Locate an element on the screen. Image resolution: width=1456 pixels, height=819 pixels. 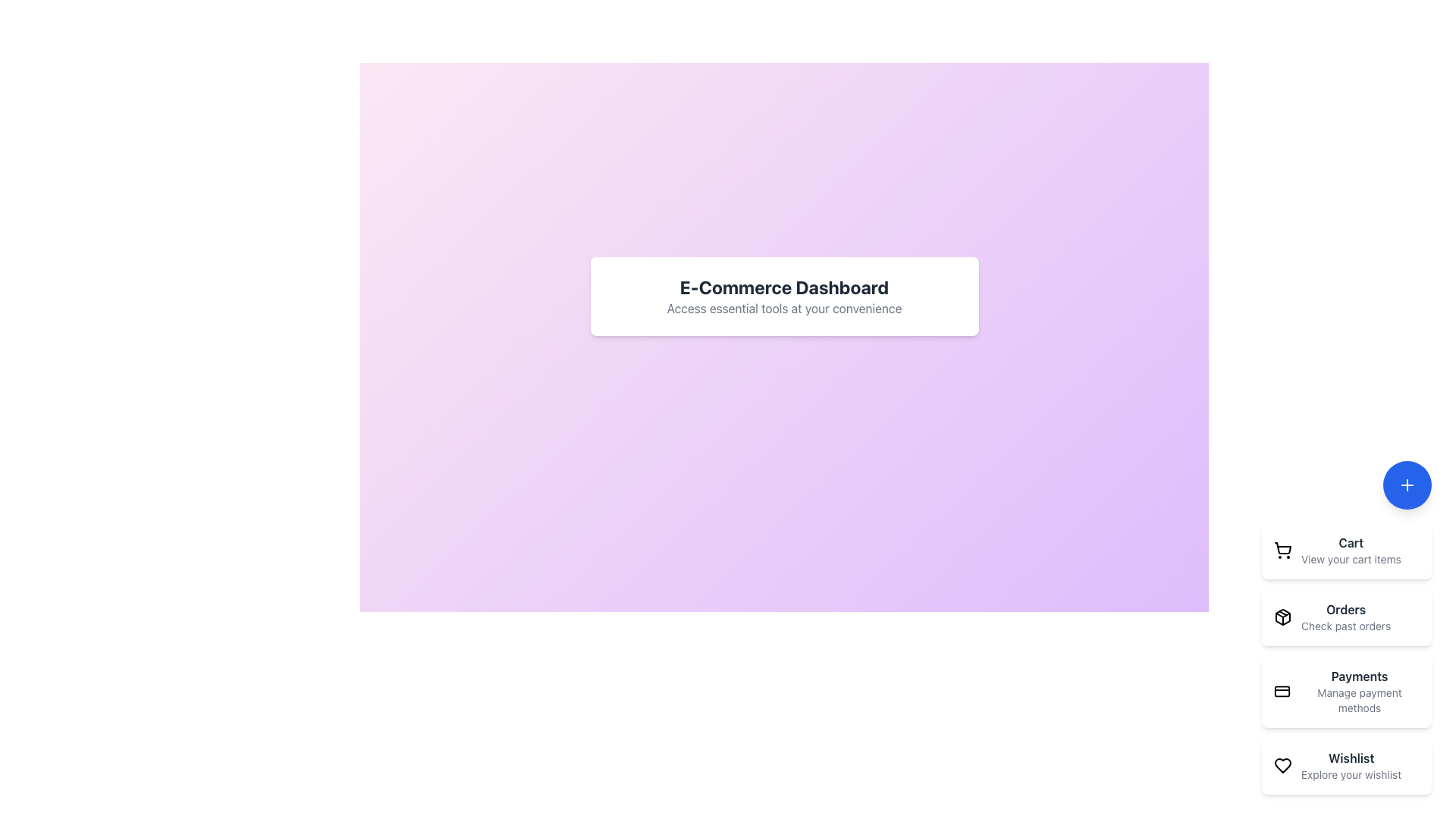
the bold text label reading 'Orders' in the bottom-right vertical navigation menu is located at coordinates (1346, 608).